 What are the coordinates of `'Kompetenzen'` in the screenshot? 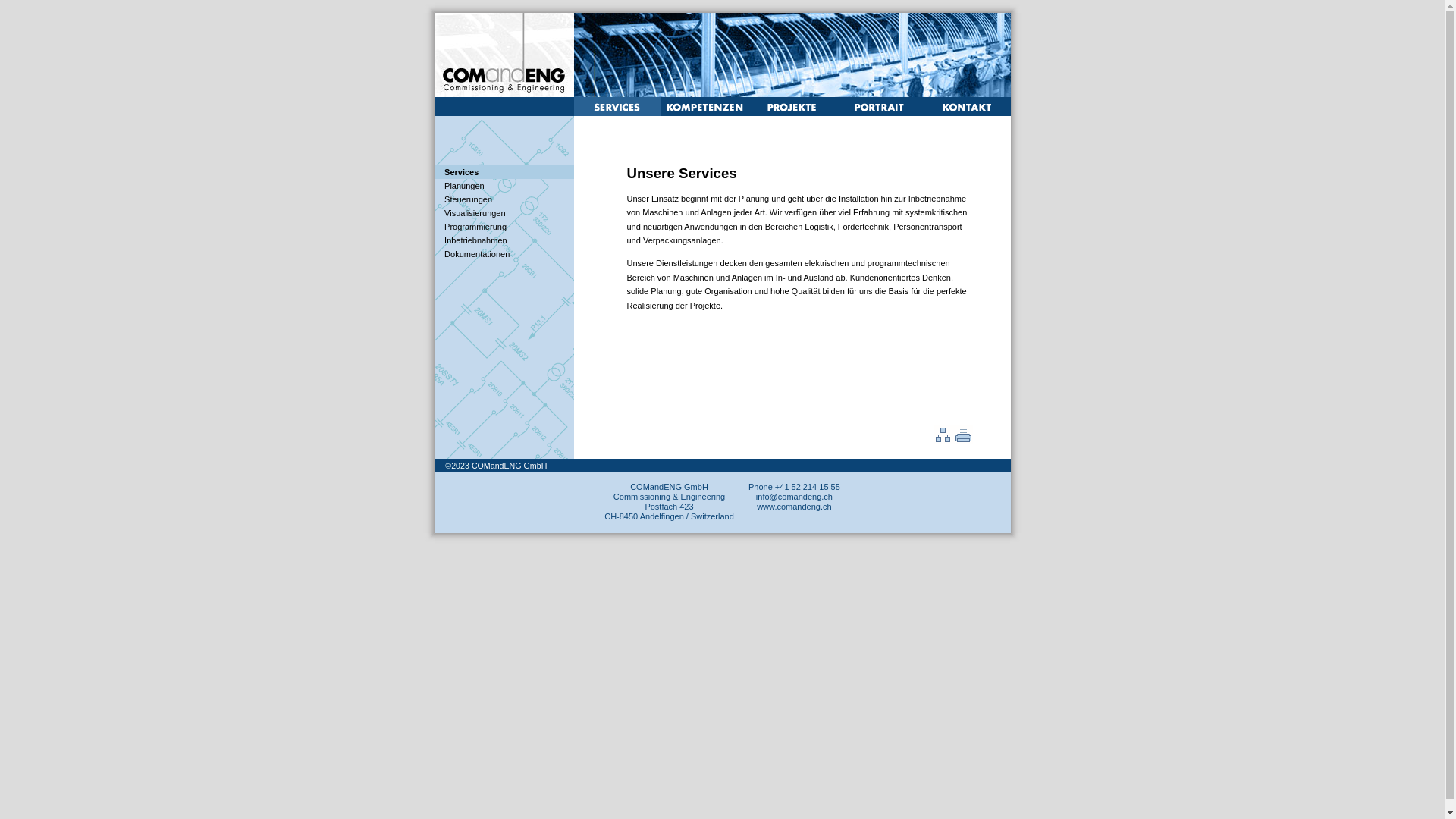 It's located at (704, 112).